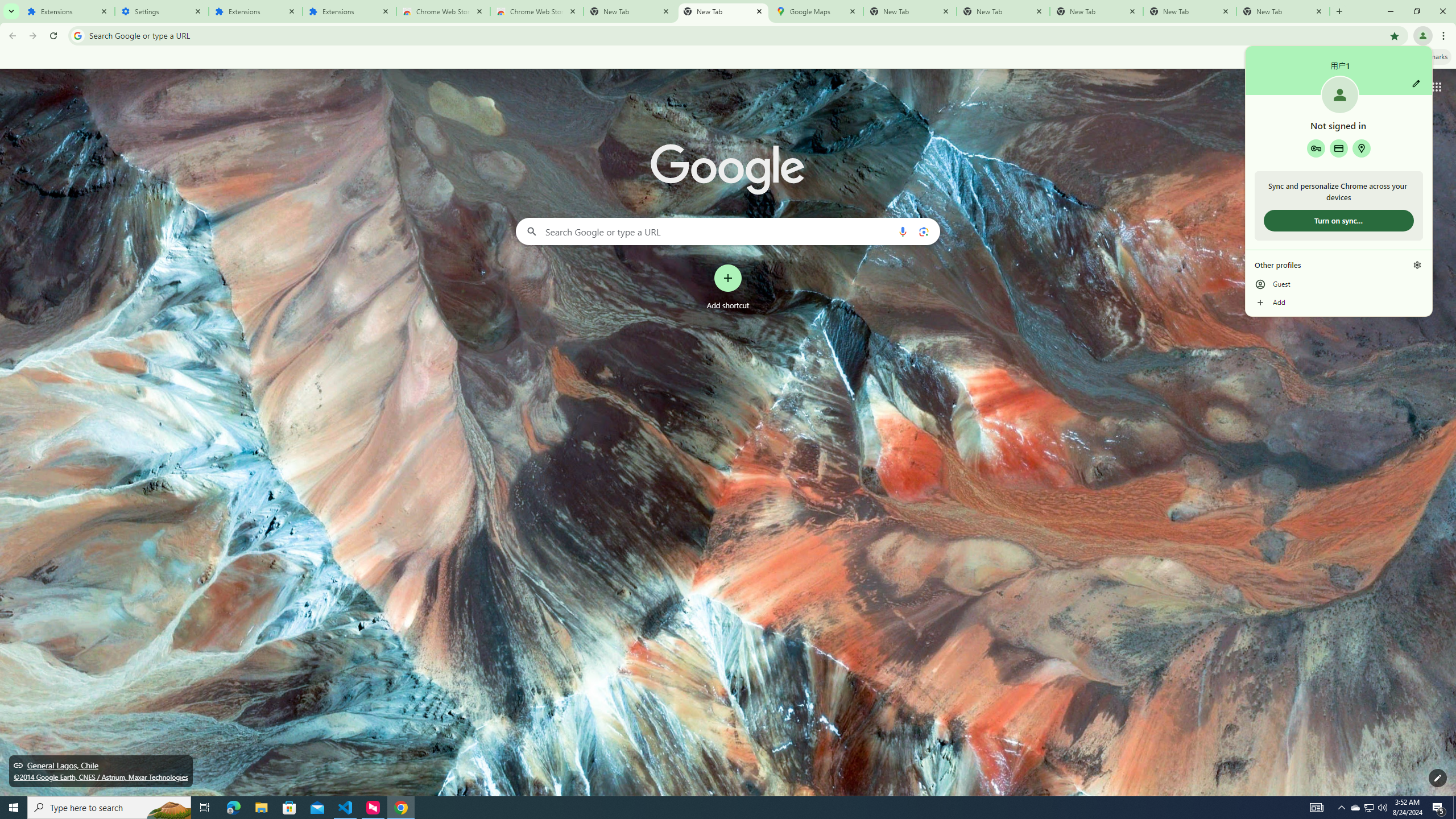  What do you see at coordinates (162, 11) in the screenshot?
I see `'Settings'` at bounding box center [162, 11].